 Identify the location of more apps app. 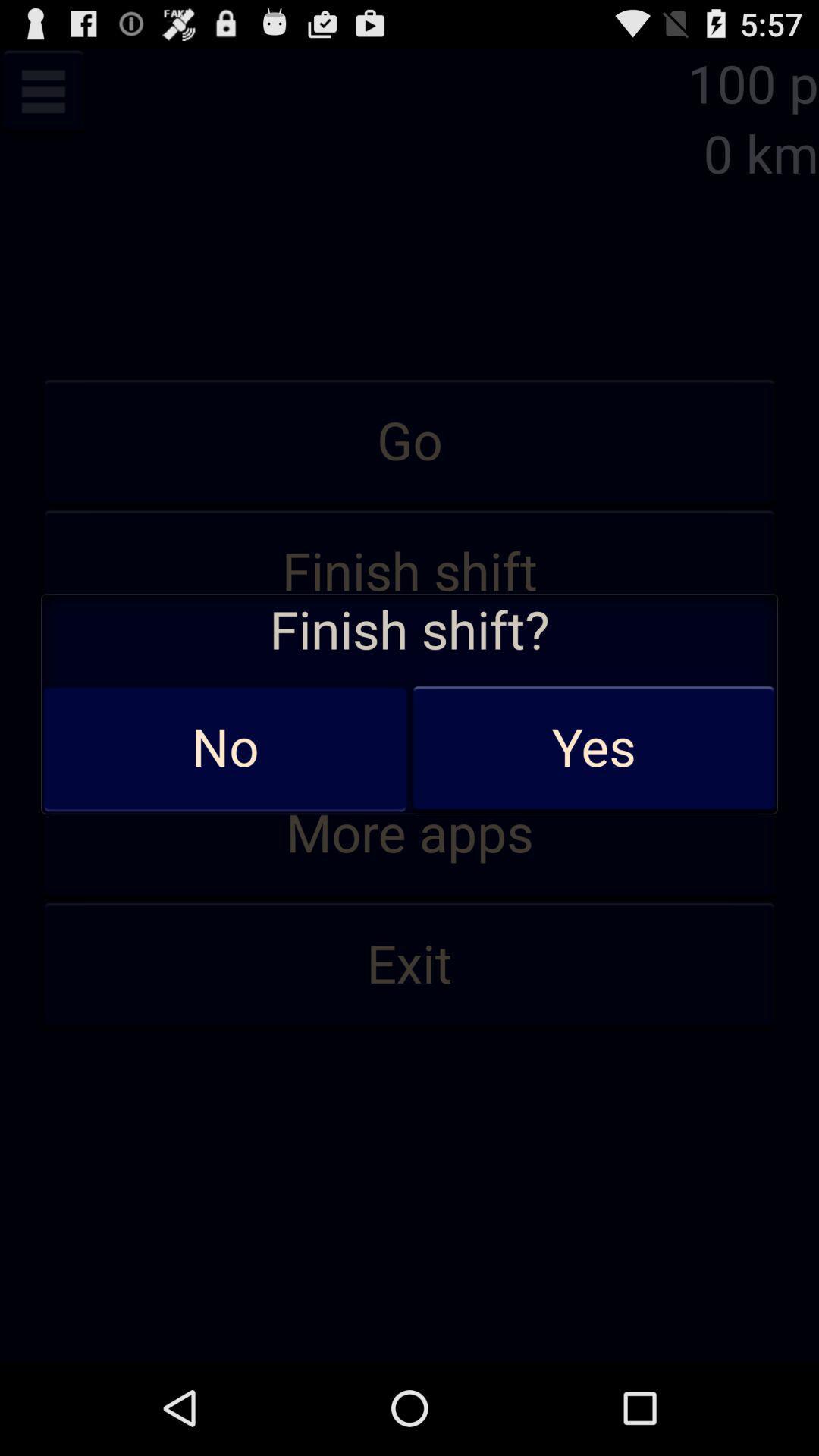
(409, 833).